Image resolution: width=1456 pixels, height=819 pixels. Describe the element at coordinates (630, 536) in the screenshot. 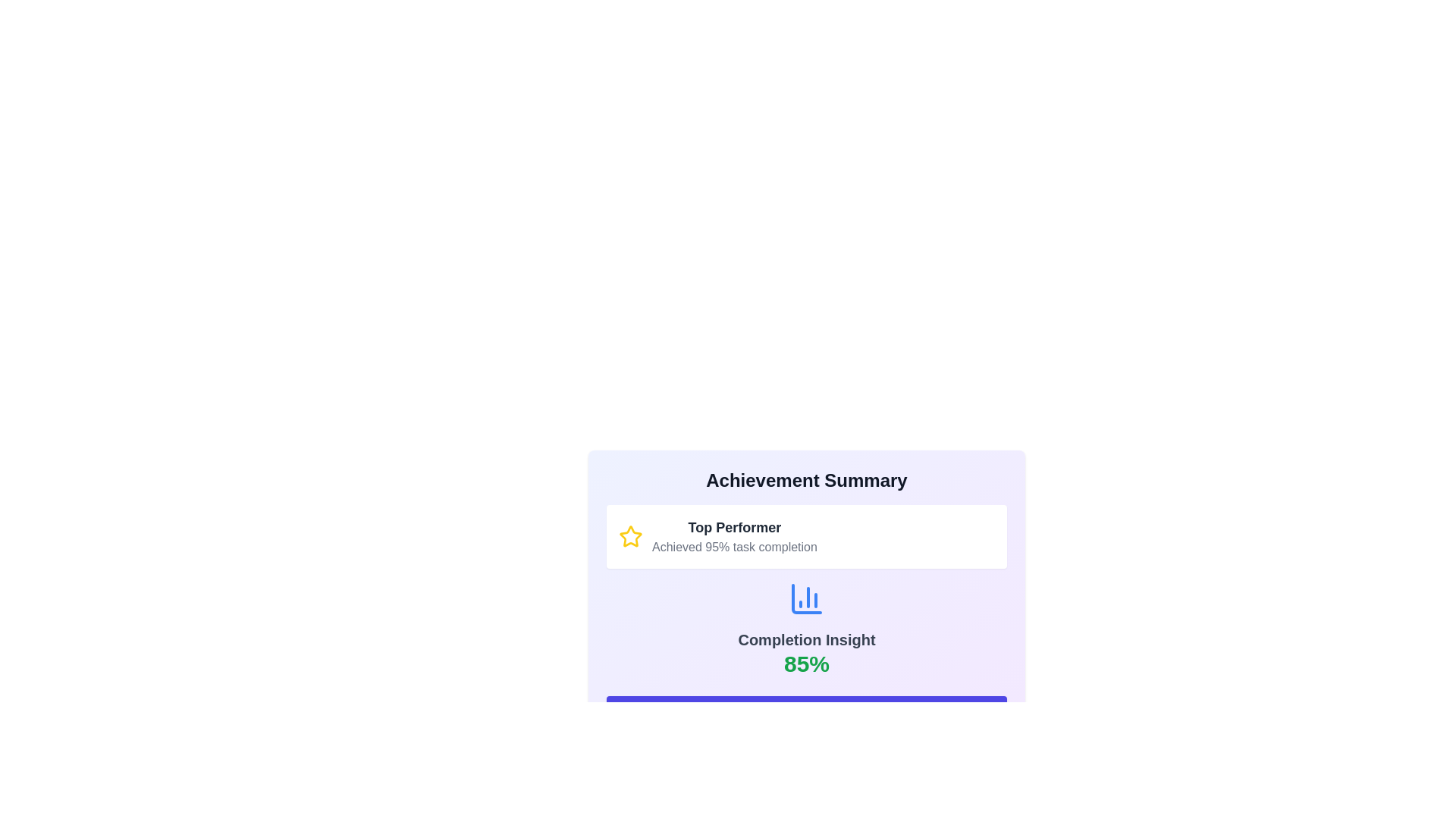

I see `the star icon, which represents a top performance rating, located to the left of the 'Top Performer' text` at that location.